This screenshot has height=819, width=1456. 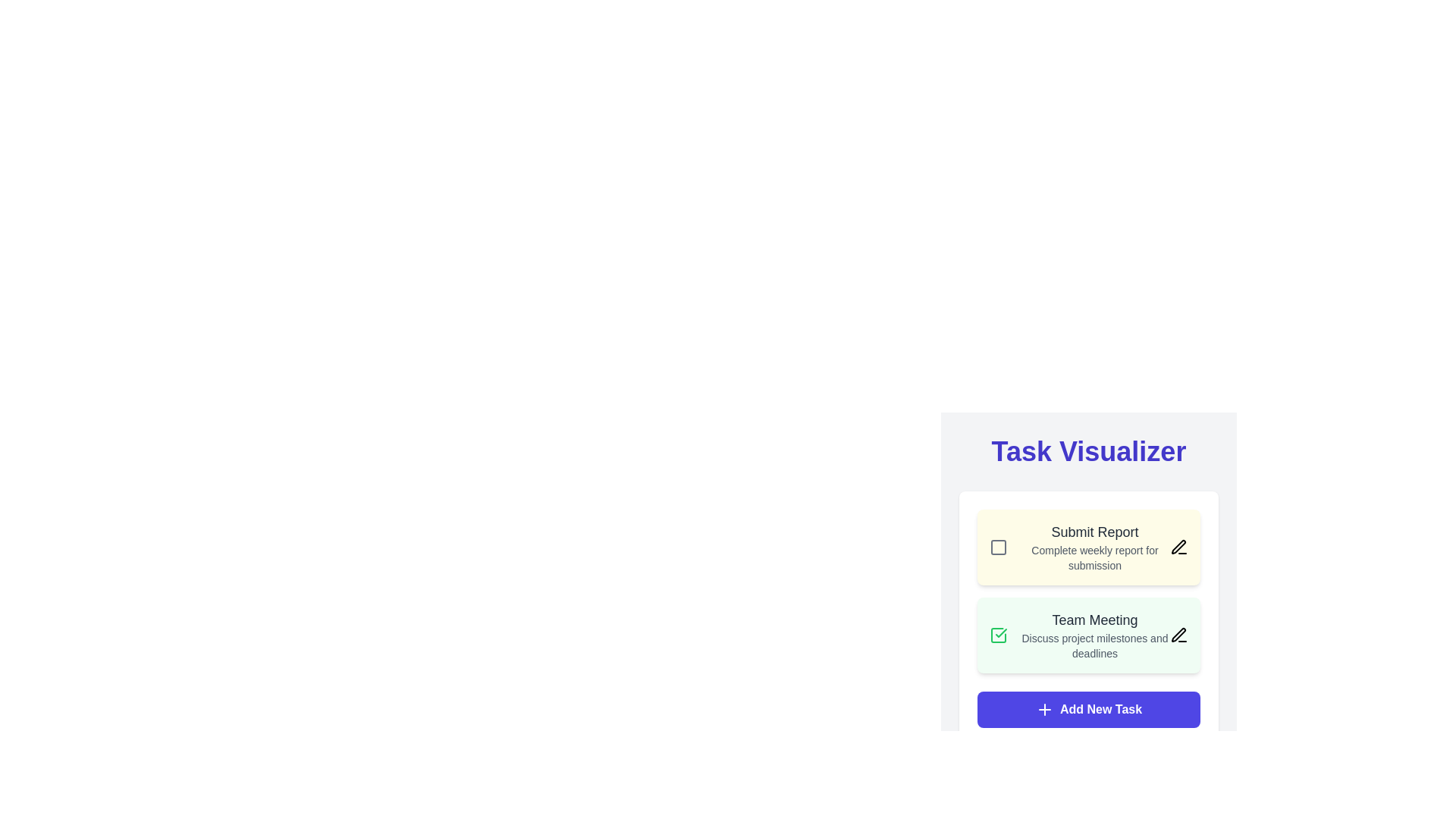 What do you see at coordinates (1178, 547) in the screenshot?
I see `the pencil icon next to the 'Submit Report' task to edit it` at bounding box center [1178, 547].